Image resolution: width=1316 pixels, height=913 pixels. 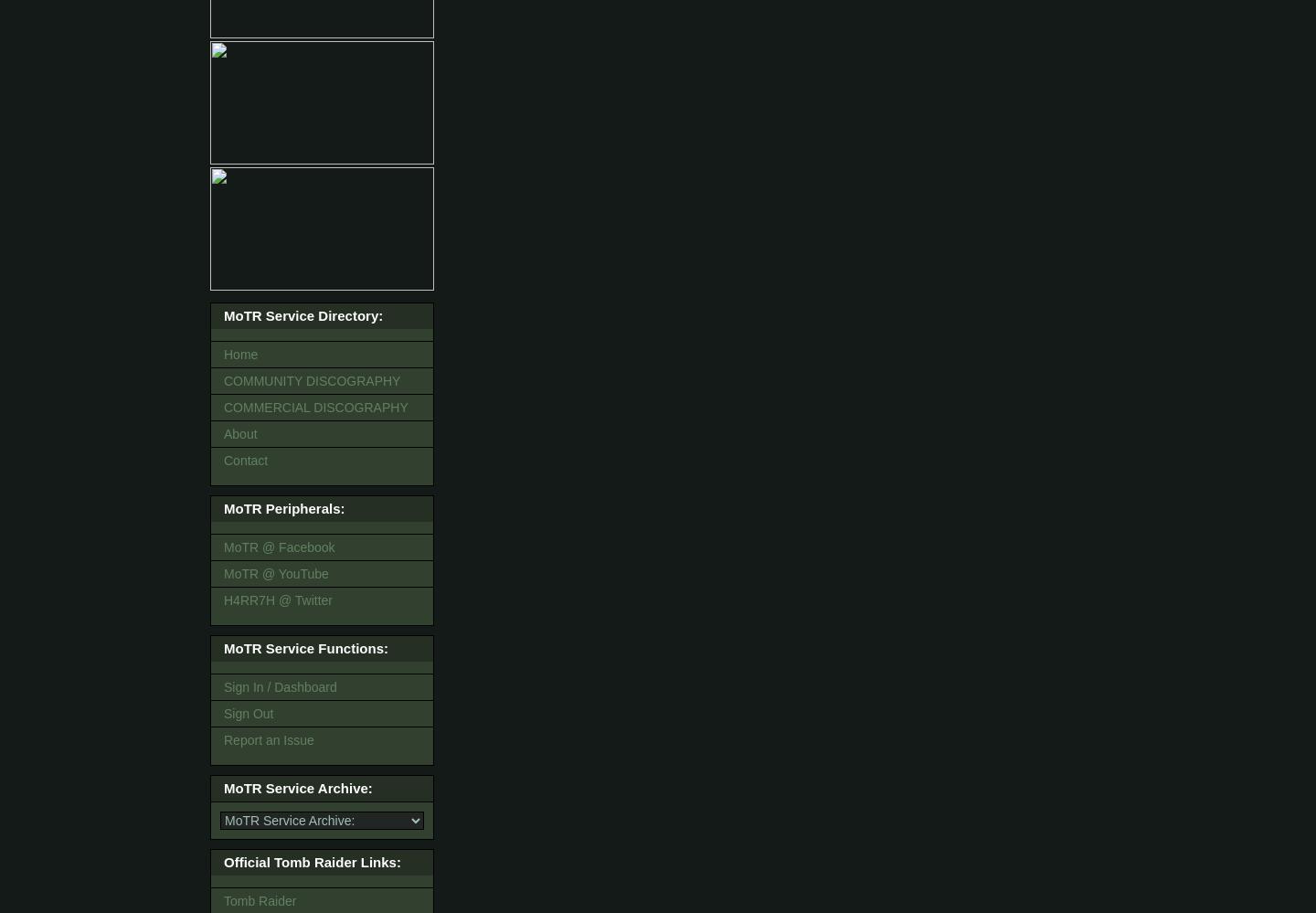 What do you see at coordinates (298, 787) in the screenshot?
I see `'MoTR Service Archive:'` at bounding box center [298, 787].